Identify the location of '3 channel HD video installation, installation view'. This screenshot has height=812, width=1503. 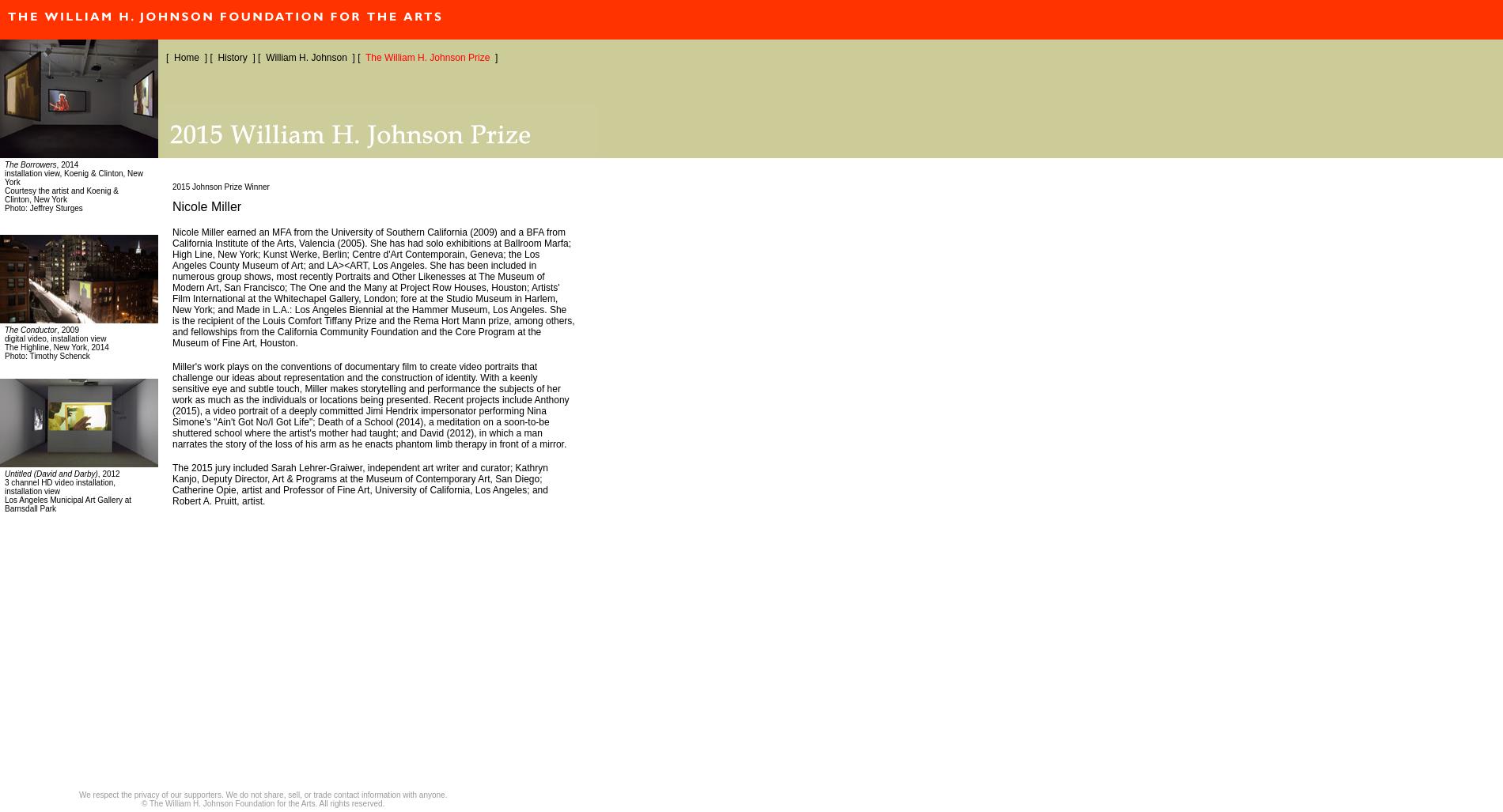
(5, 486).